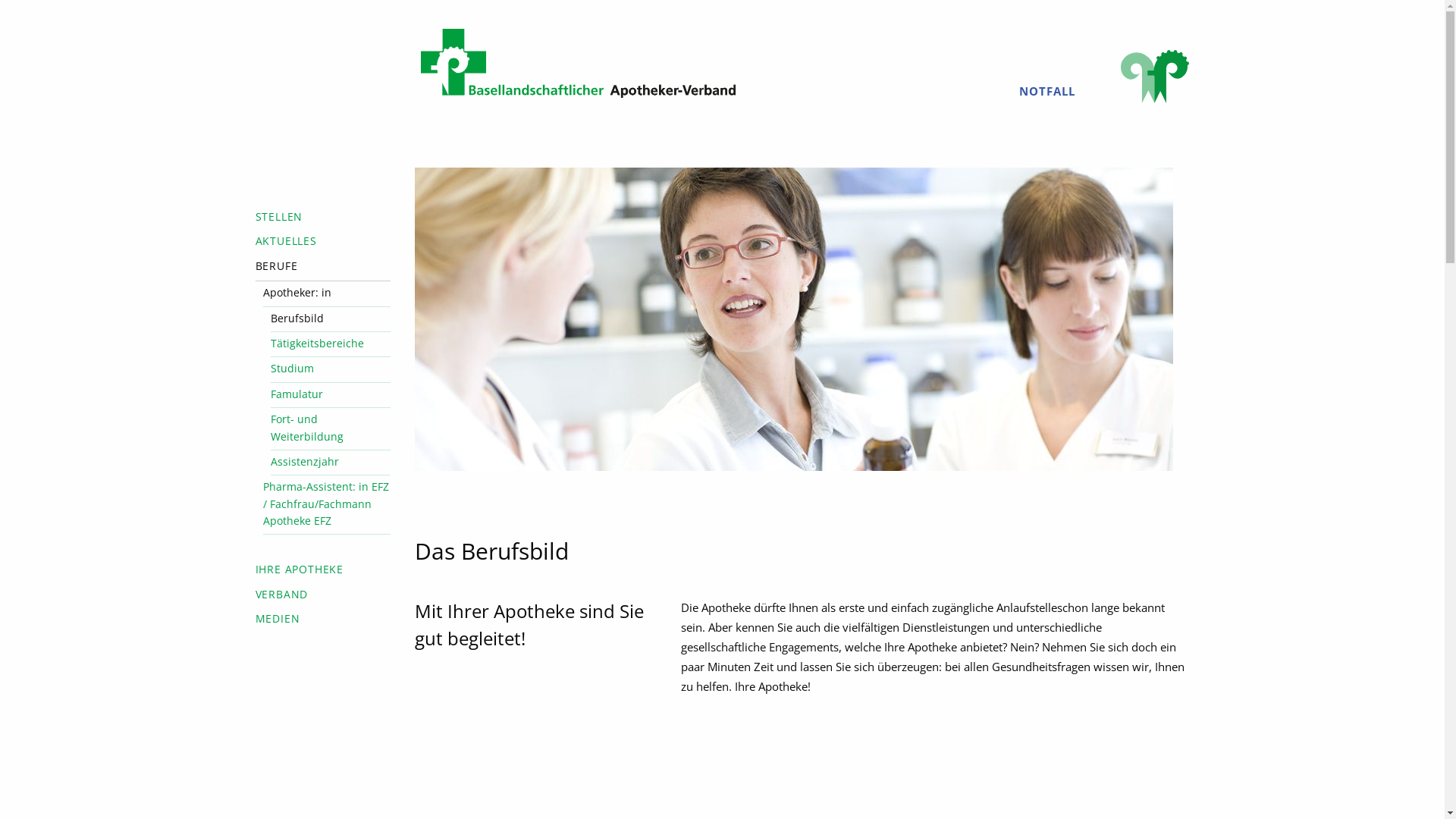 The width and height of the screenshot is (1456, 819). Describe the element at coordinates (322, 571) in the screenshot. I see `'IHRE APOTHEKE'` at that location.